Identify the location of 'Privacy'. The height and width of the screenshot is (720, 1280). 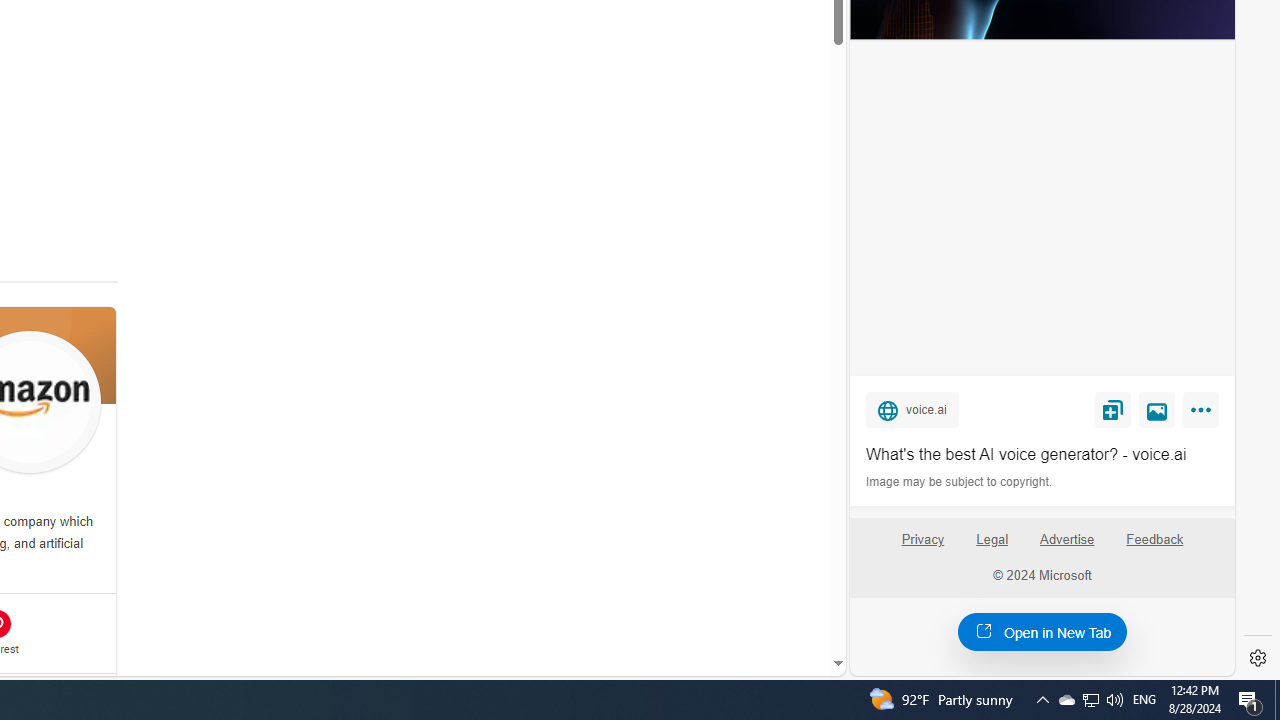
(921, 547).